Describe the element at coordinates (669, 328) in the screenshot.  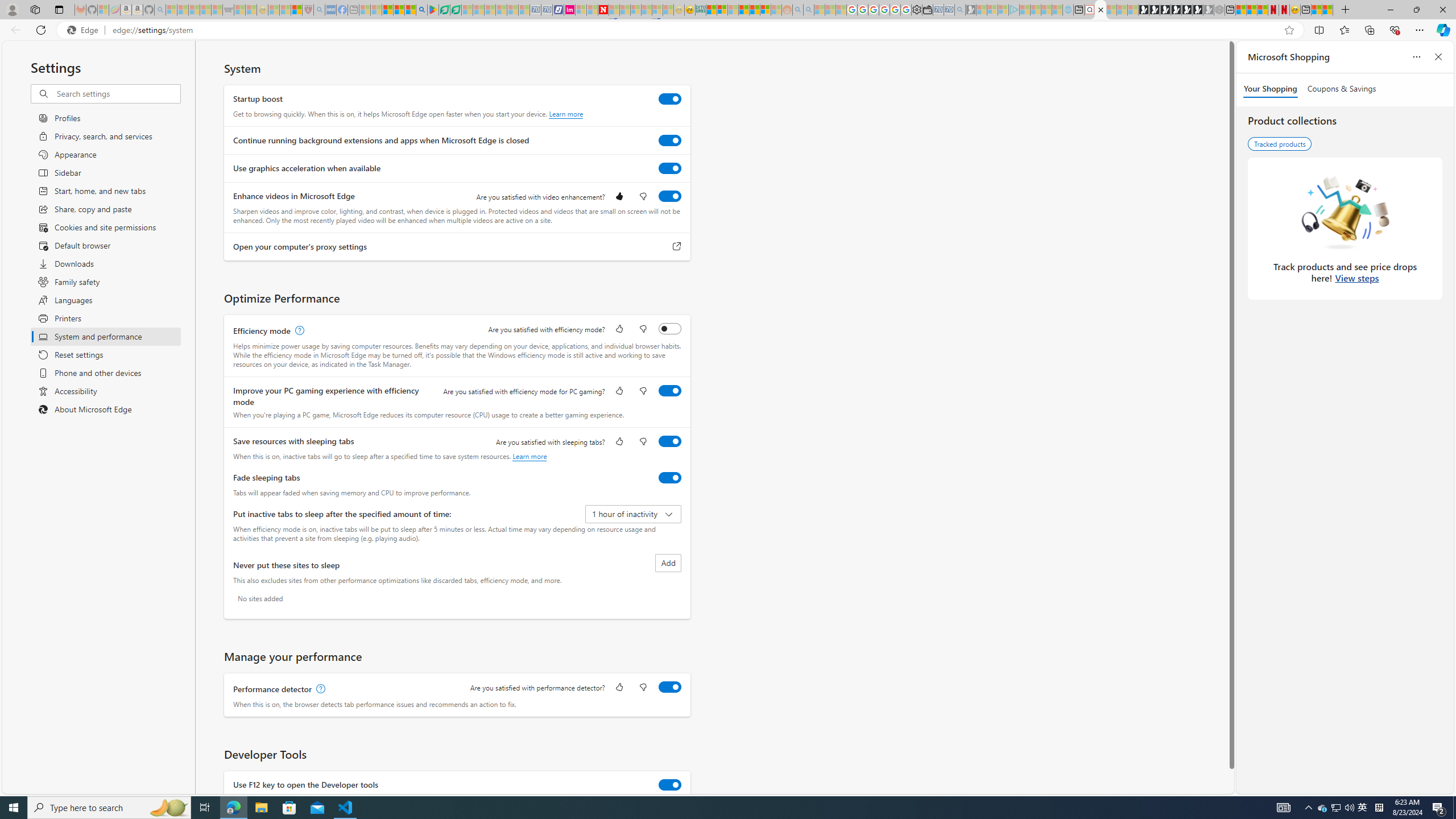
I see `'Efficiency mode'` at that location.